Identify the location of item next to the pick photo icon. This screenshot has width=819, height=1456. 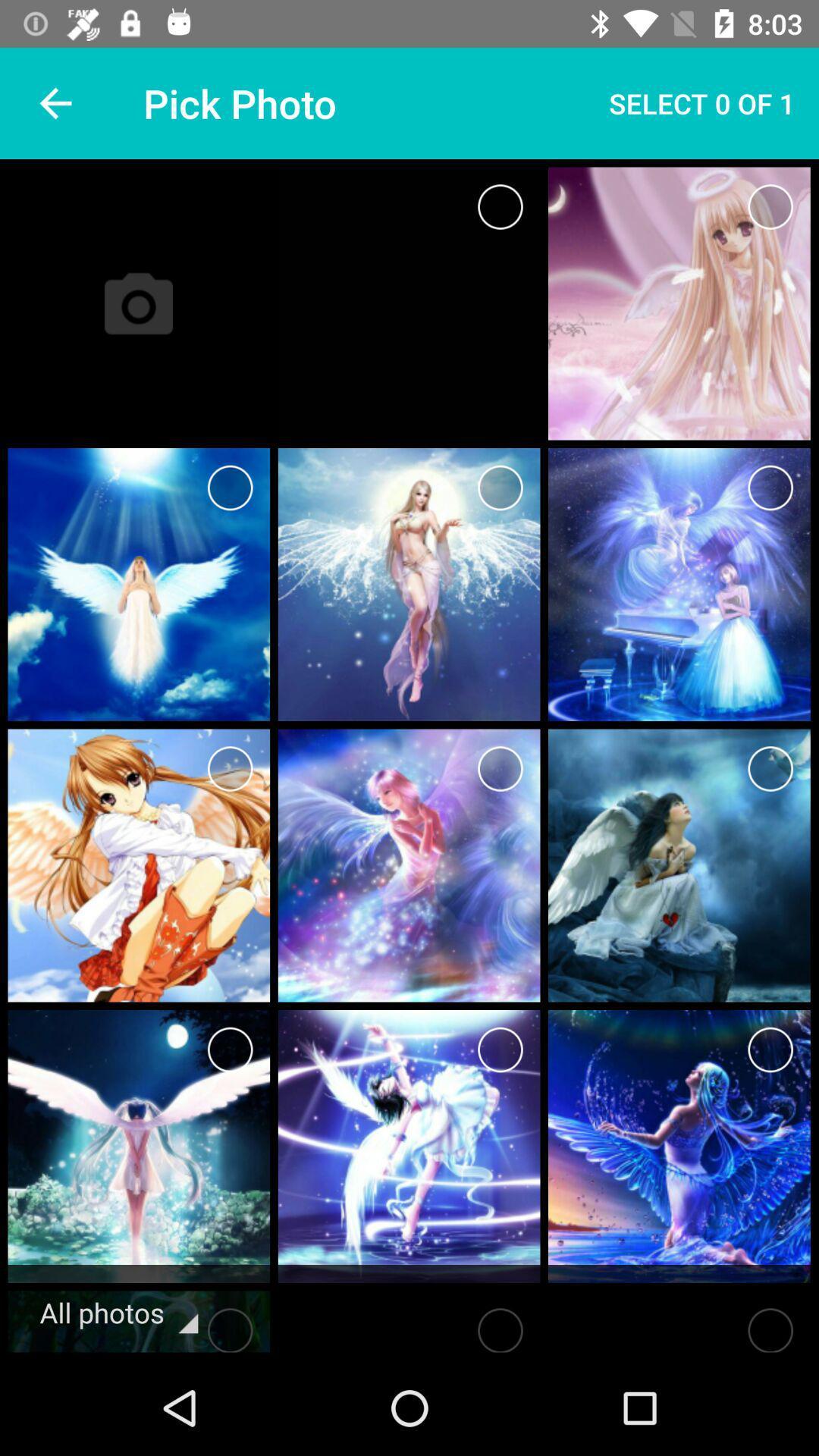
(701, 102).